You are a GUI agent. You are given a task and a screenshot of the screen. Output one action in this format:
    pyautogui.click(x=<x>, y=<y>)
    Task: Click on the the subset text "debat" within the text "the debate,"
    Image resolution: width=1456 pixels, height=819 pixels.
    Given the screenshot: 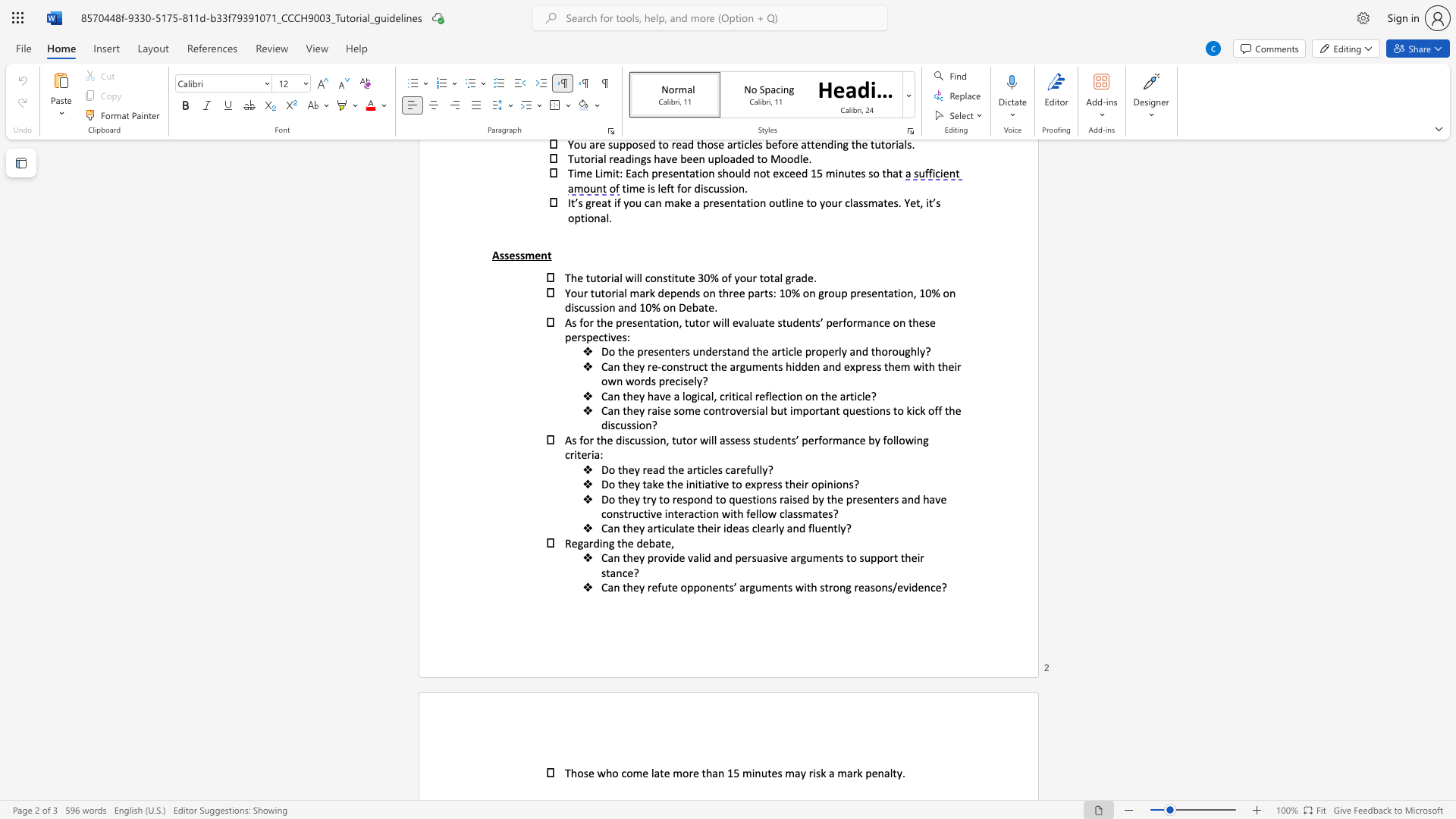 What is the action you would take?
    pyautogui.click(x=636, y=542)
    